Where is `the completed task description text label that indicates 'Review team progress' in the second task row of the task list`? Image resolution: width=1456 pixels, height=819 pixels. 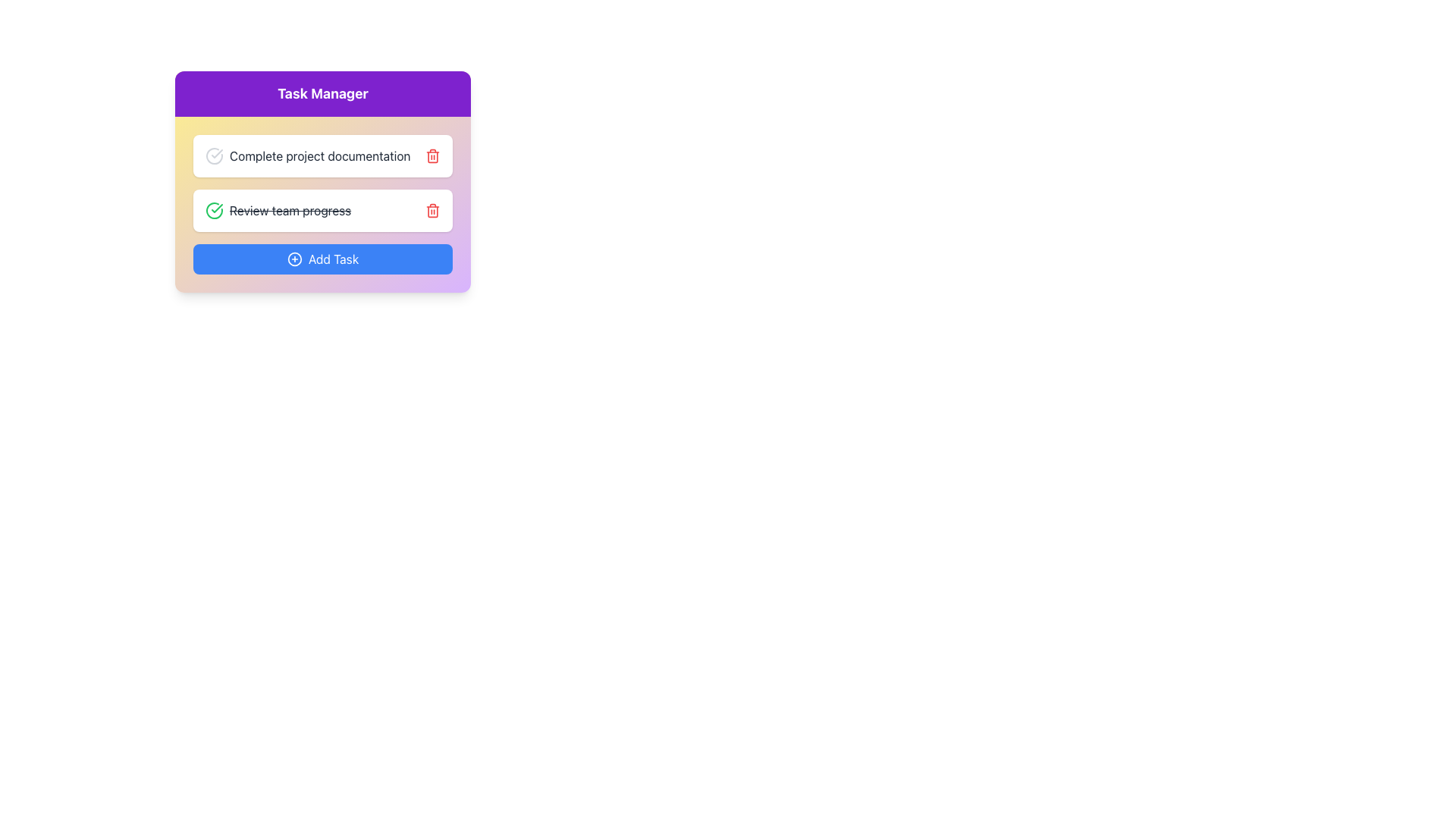
the completed task description text label that indicates 'Review team progress' in the second task row of the task list is located at coordinates (290, 210).